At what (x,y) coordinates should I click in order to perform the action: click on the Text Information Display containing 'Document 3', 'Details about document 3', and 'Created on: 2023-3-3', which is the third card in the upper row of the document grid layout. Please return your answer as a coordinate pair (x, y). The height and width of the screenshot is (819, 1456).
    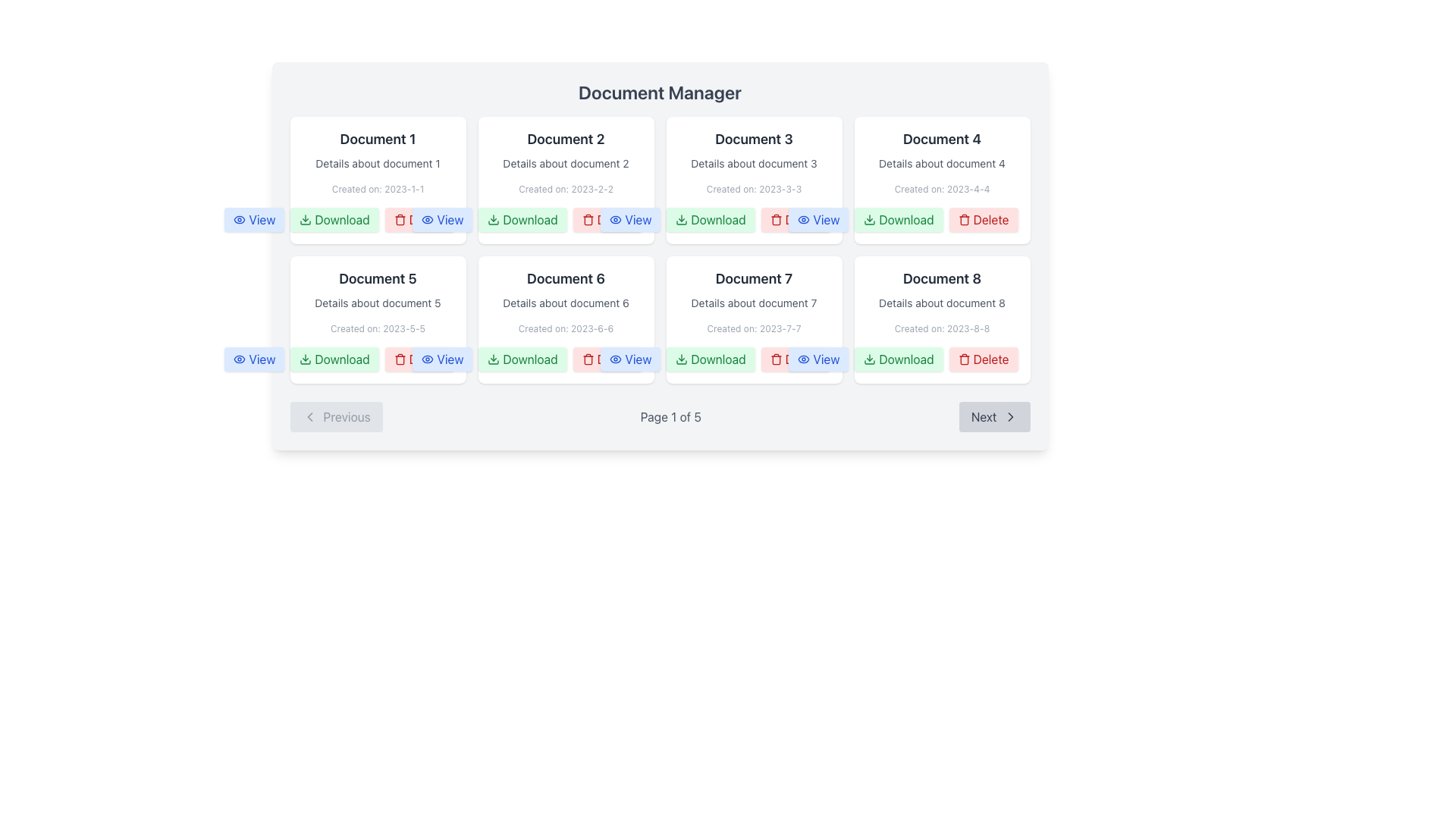
    Looking at the image, I should click on (754, 162).